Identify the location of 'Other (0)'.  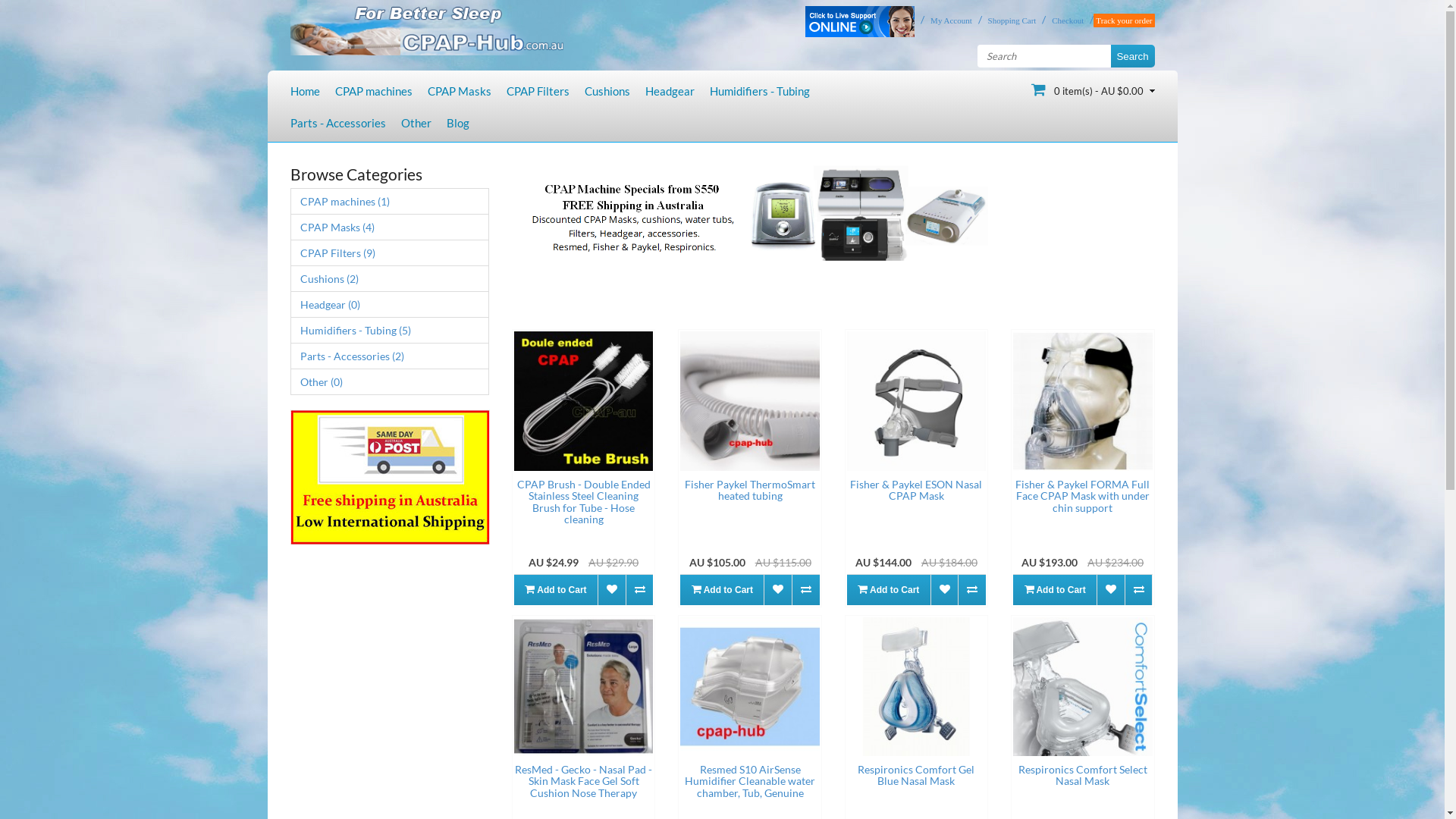
(389, 381).